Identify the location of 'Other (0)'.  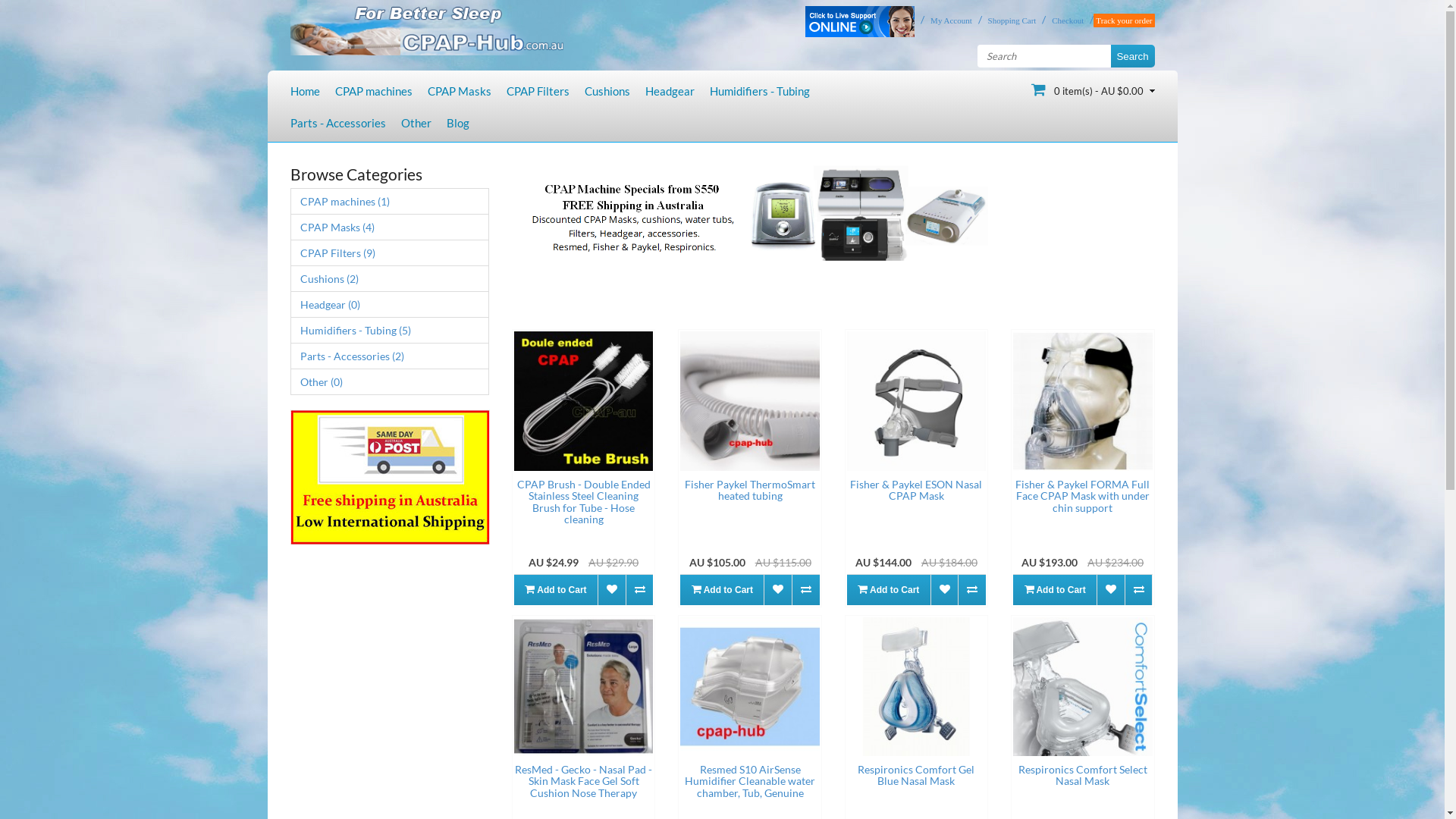
(389, 381).